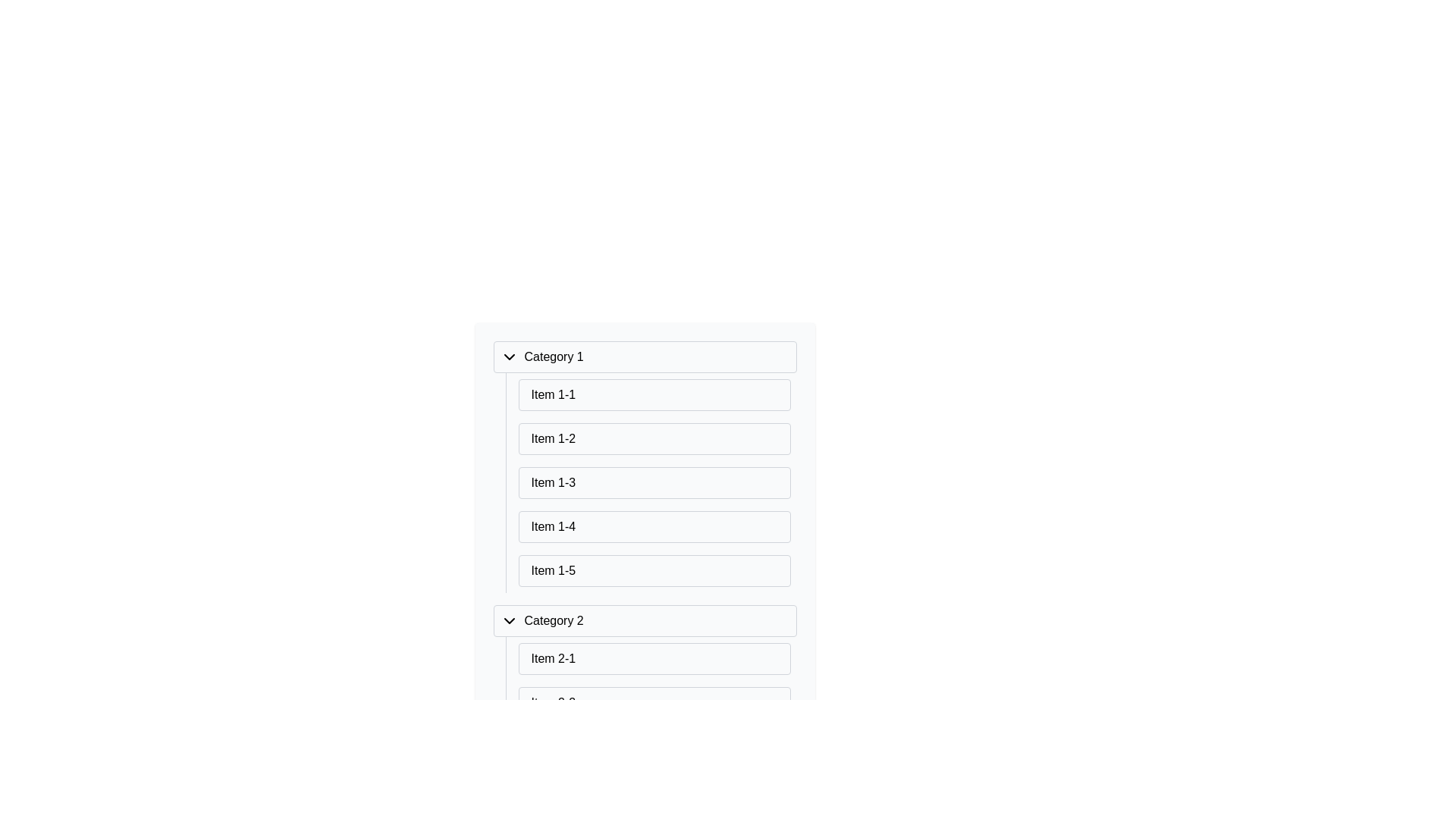 The height and width of the screenshot is (819, 1456). I want to click on the first selectable list item in the 'Category 2' section, so click(654, 657).